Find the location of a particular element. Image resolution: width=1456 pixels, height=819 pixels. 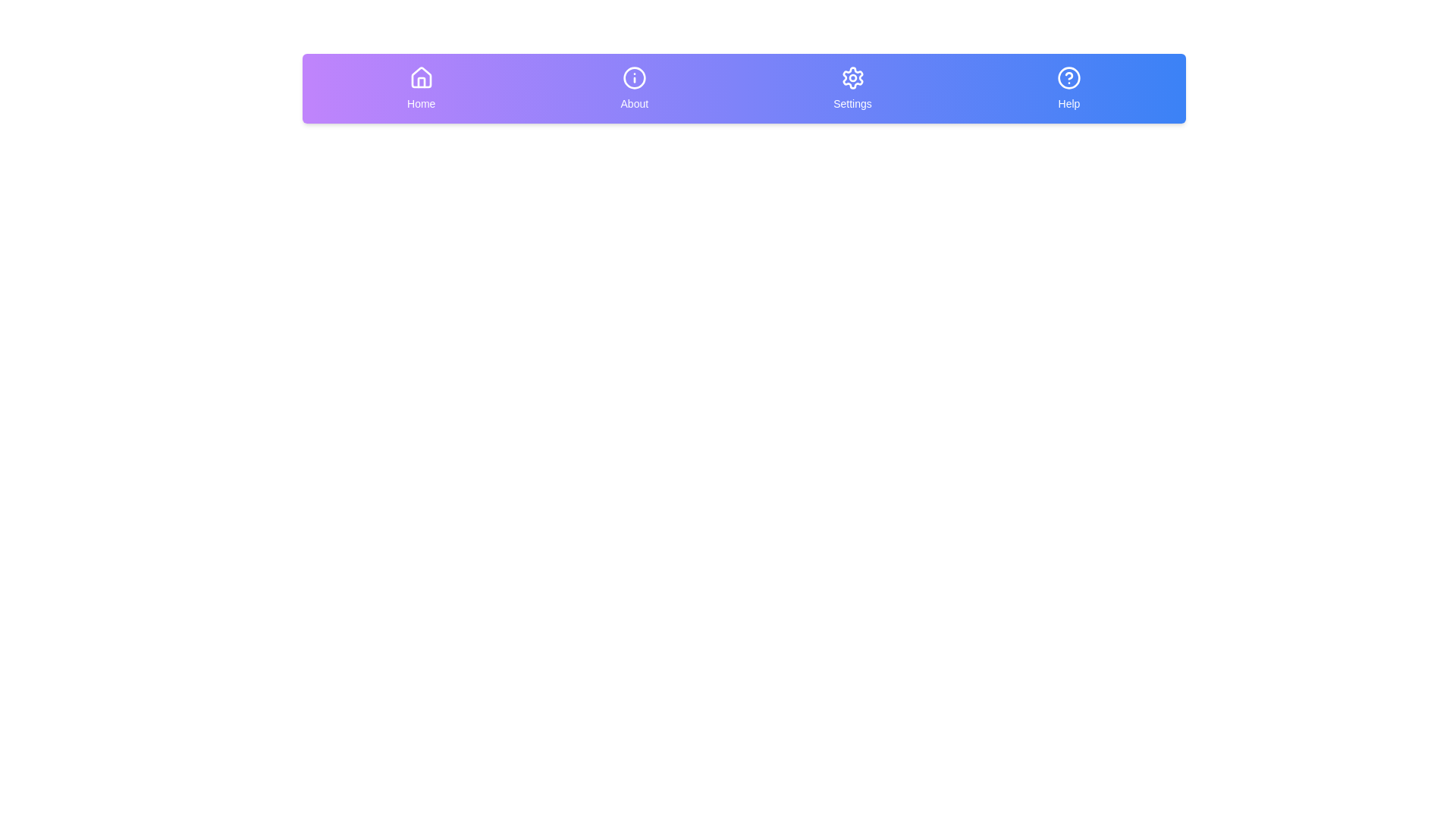

the outlined house icon in the navigation bar is located at coordinates (421, 78).